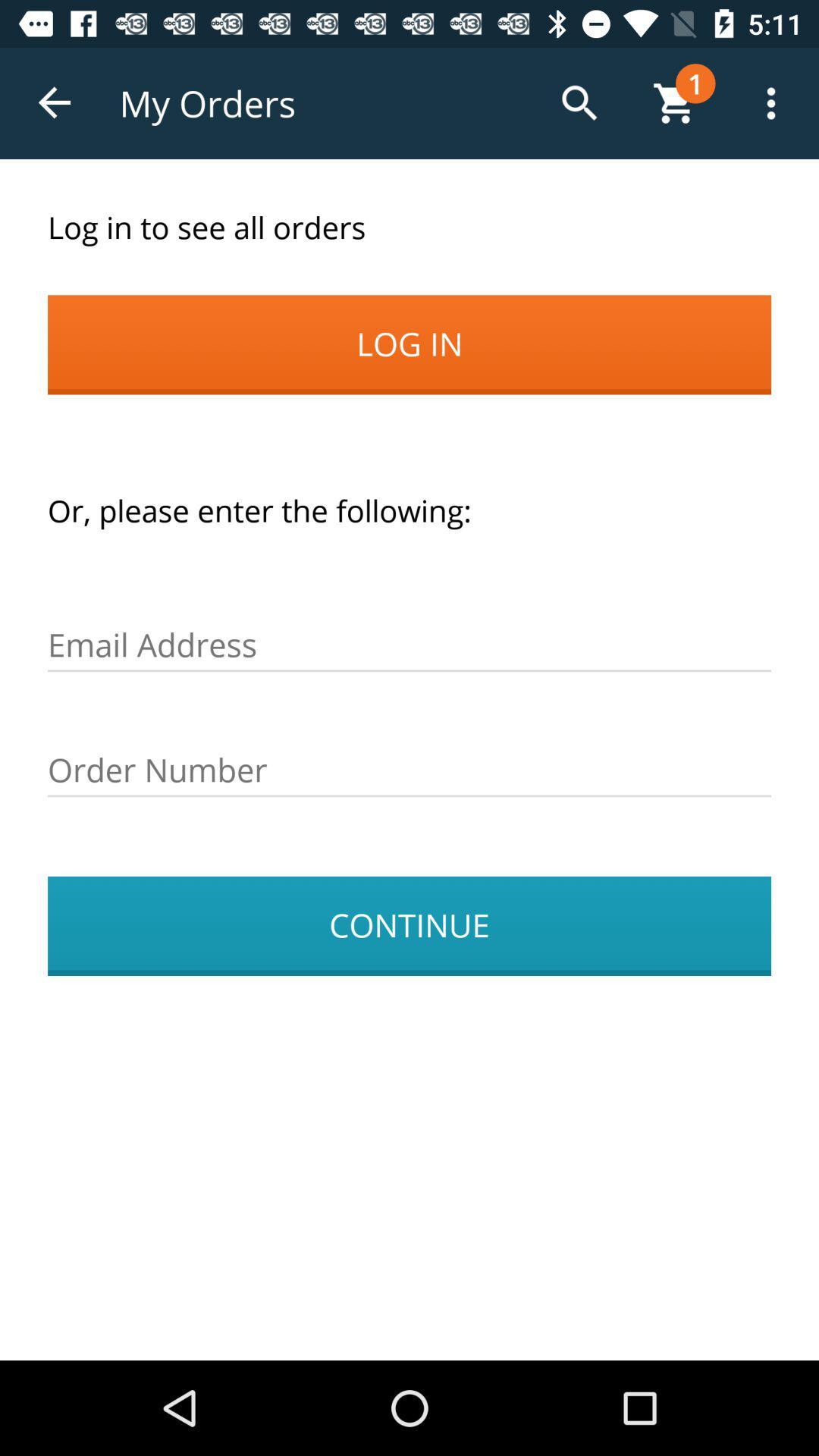 The height and width of the screenshot is (1456, 819). Describe the element at coordinates (409, 925) in the screenshot. I see `continue` at that location.